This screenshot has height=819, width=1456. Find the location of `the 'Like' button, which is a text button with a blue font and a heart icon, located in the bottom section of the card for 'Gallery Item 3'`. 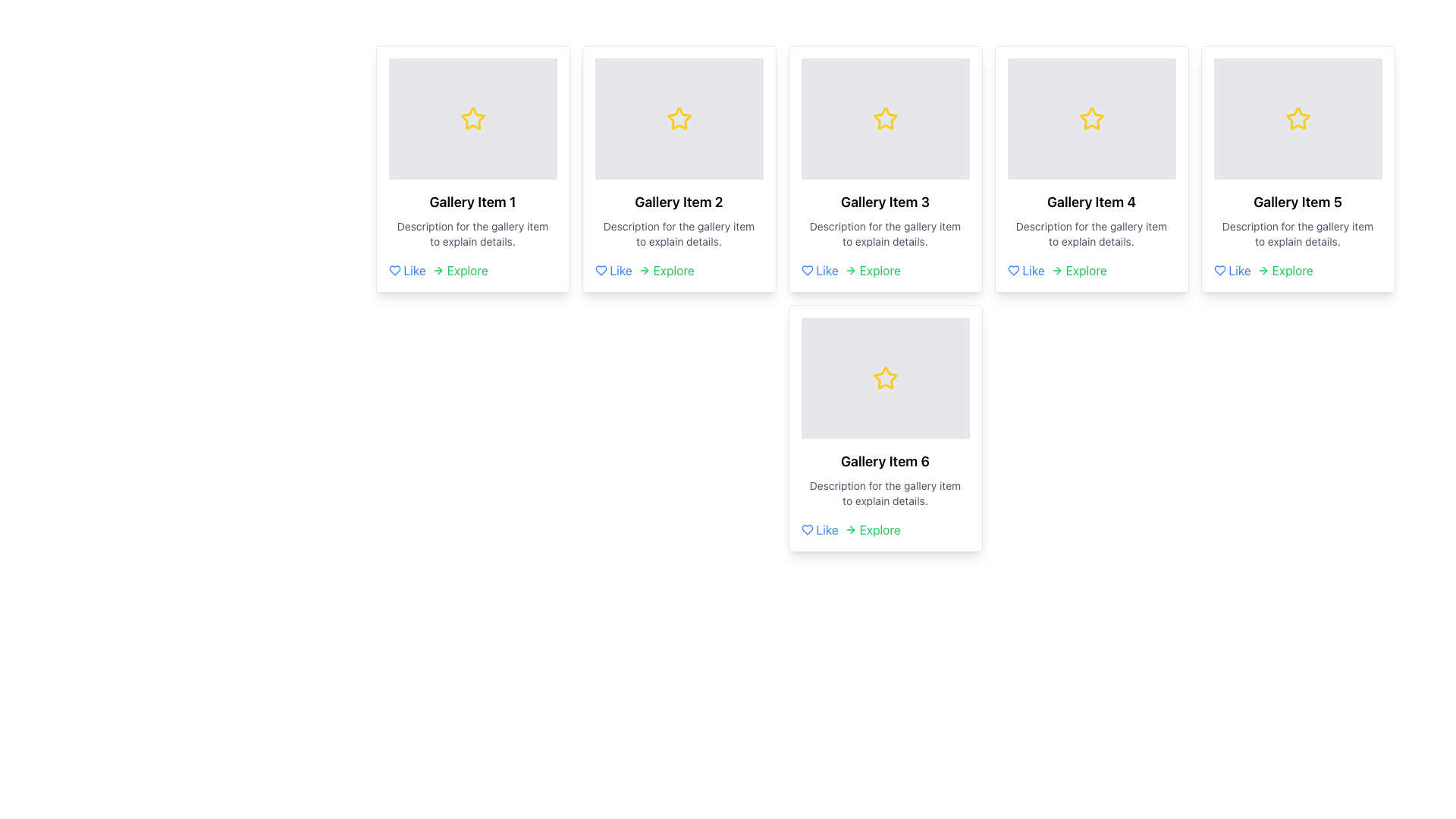

the 'Like' button, which is a text button with a blue font and a heart icon, located in the bottom section of the card for 'Gallery Item 3' is located at coordinates (819, 270).